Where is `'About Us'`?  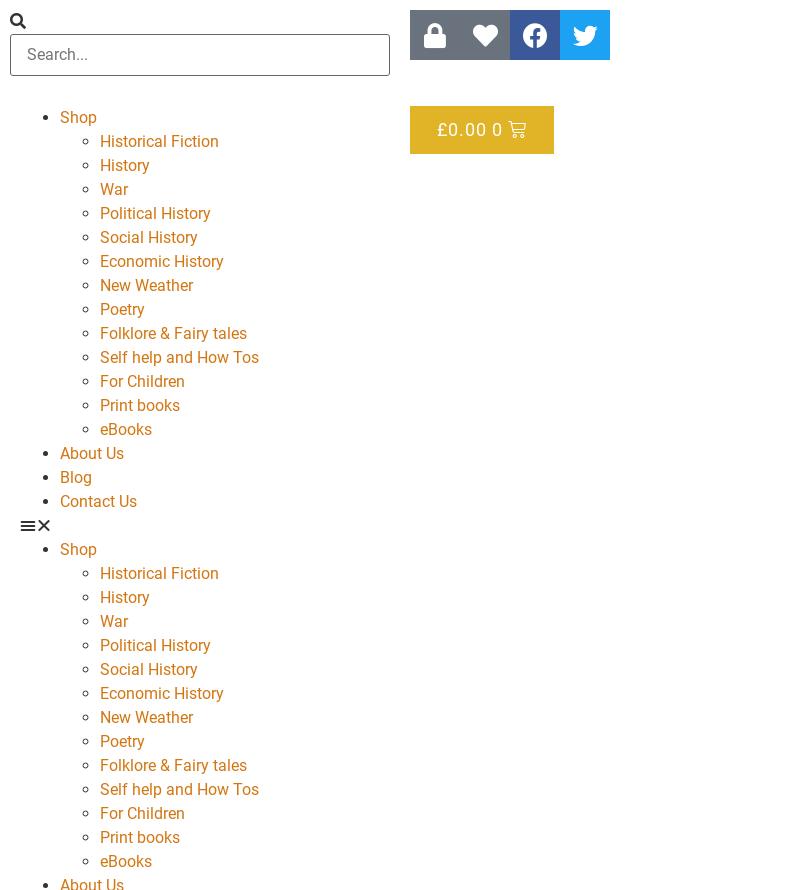 'About Us' is located at coordinates (59, 453).